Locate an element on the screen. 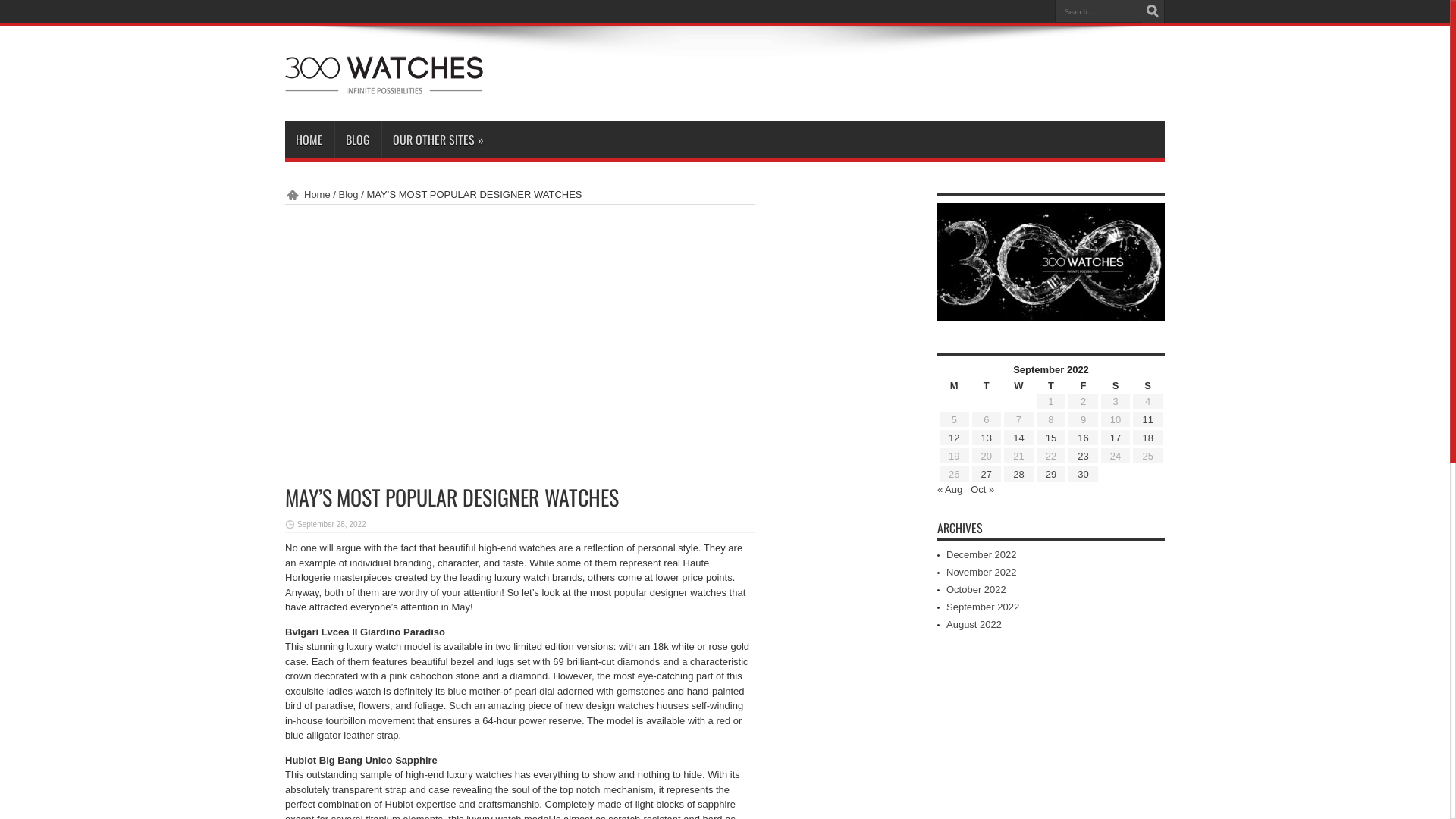 The width and height of the screenshot is (1456, 819). 'August 2022' is located at coordinates (974, 624).